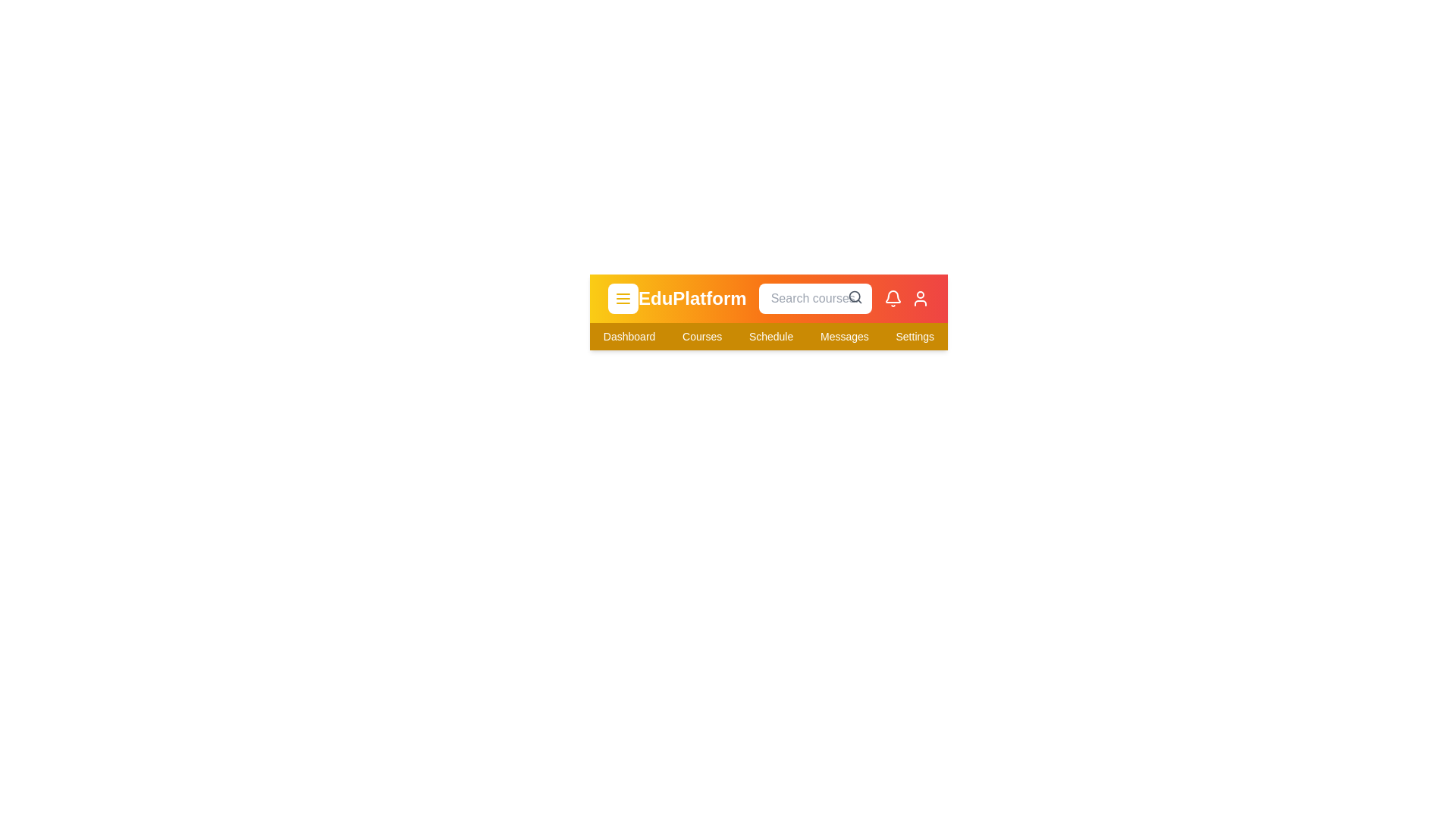 The width and height of the screenshot is (1456, 819). What do you see at coordinates (855, 297) in the screenshot?
I see `the search icon to initiate a search` at bounding box center [855, 297].